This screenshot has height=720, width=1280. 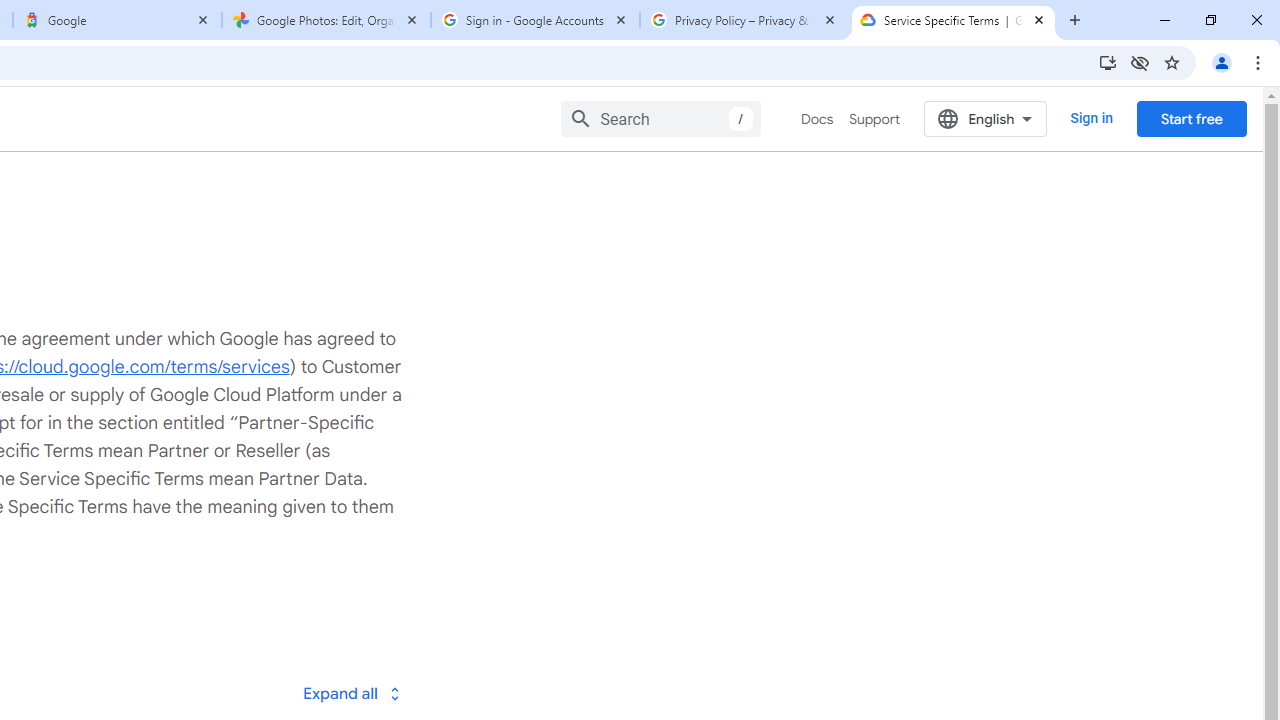 What do you see at coordinates (1106, 61) in the screenshot?
I see `'Install Google Cloud'` at bounding box center [1106, 61].